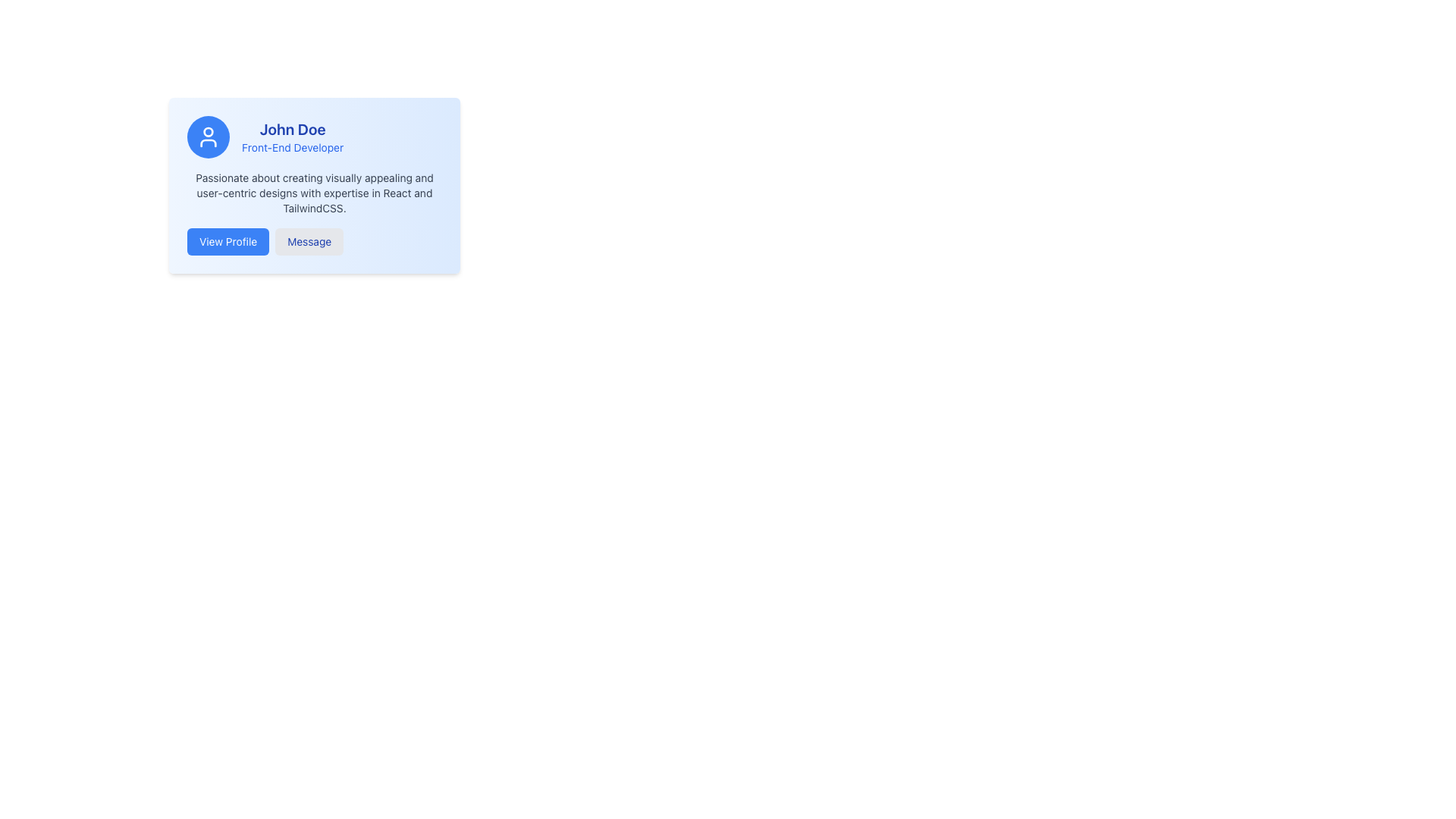 The height and width of the screenshot is (819, 1456). Describe the element at coordinates (313, 137) in the screenshot. I see `the Header Section containing the circular user avatar and the text details 'John Doe' and 'Front-End Developer', which is located at the upper part of the card layout` at that location.